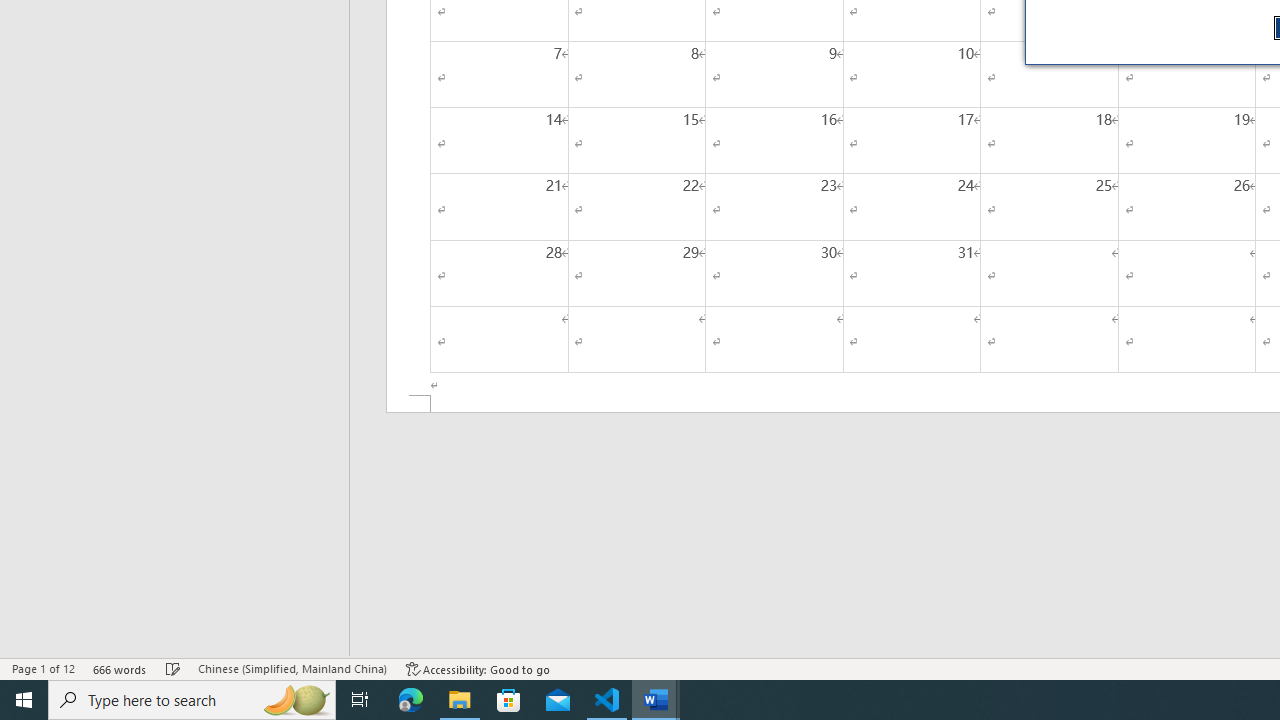 Image resolution: width=1280 pixels, height=720 pixels. Describe the element at coordinates (43, 669) in the screenshot. I see `'Page Number Page 1 of 12'` at that location.